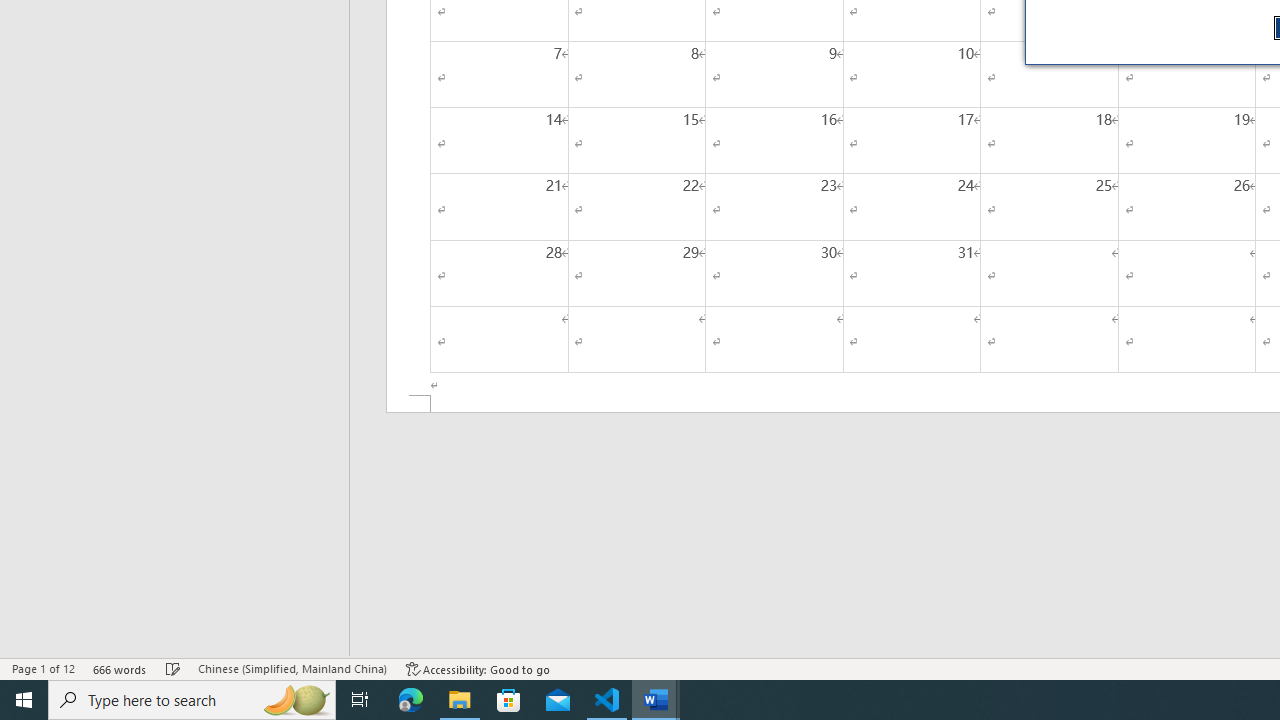 Image resolution: width=1280 pixels, height=720 pixels. Describe the element at coordinates (43, 669) in the screenshot. I see `'Page Number Page 1 of 12'` at that location.